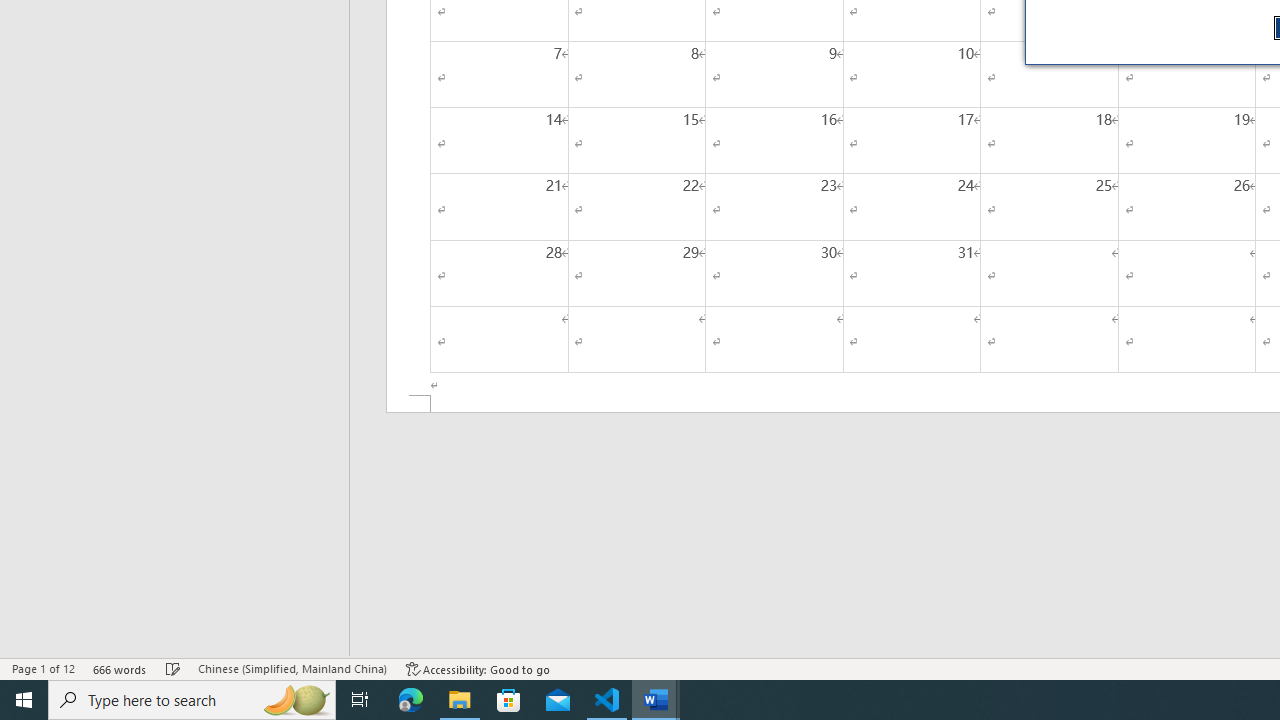 Image resolution: width=1280 pixels, height=720 pixels. Describe the element at coordinates (43, 669) in the screenshot. I see `'Page Number Page 1 of 12'` at that location.